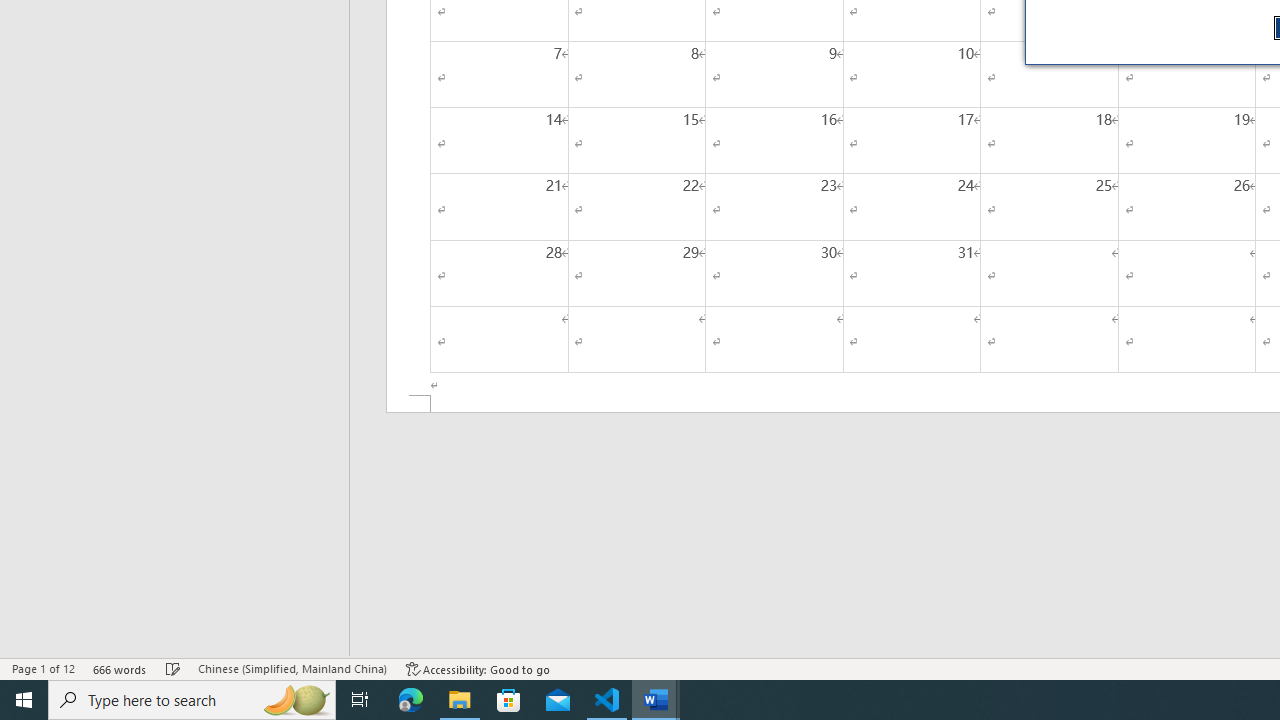 Image resolution: width=1280 pixels, height=720 pixels. Describe the element at coordinates (43, 669) in the screenshot. I see `'Page Number Page 1 of 12'` at that location.